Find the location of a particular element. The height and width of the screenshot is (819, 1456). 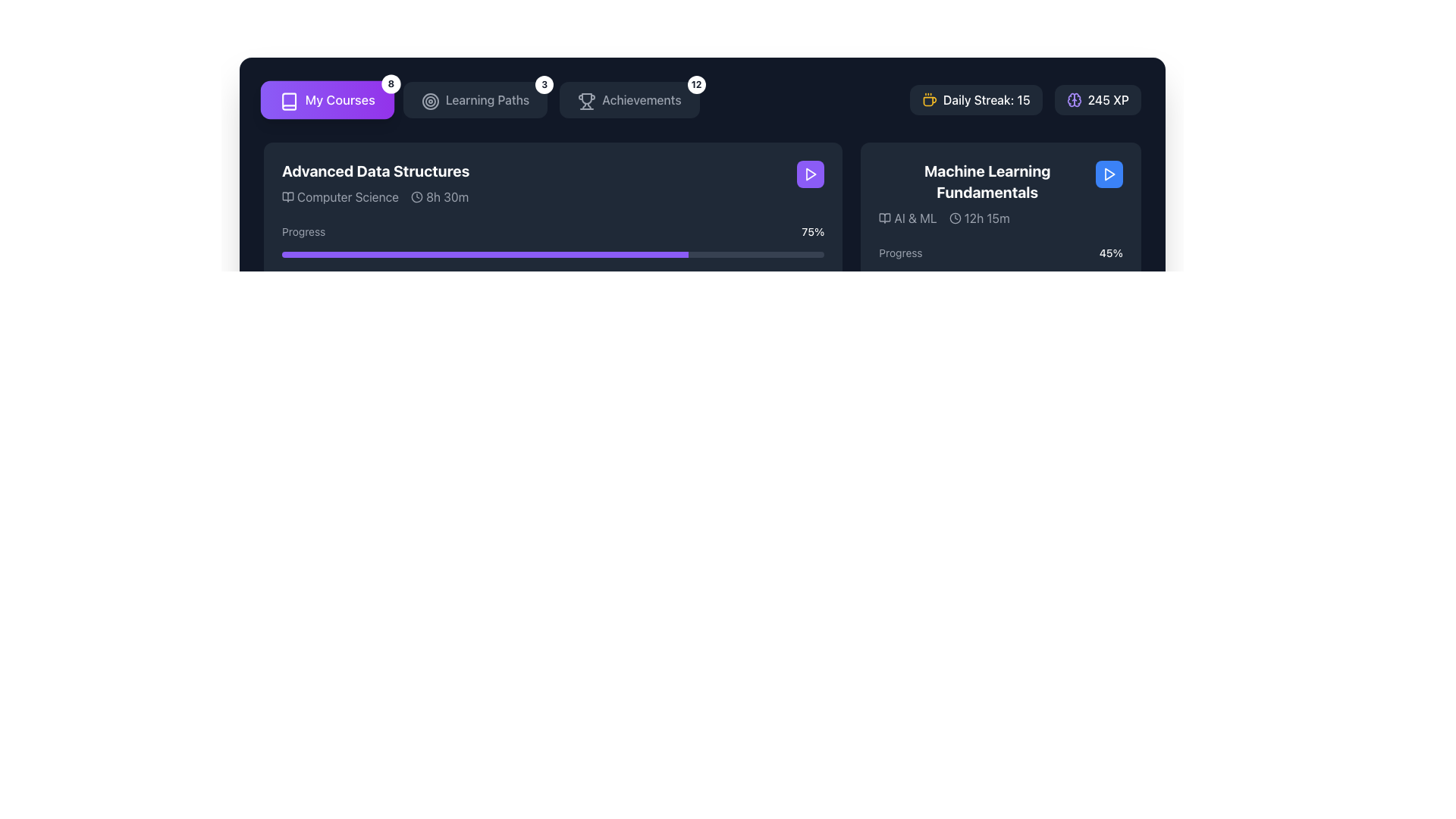

the triangular play icon within the circular purple button located at the top-right corner of the 'Advanced Data Structures' card is located at coordinates (810, 174).